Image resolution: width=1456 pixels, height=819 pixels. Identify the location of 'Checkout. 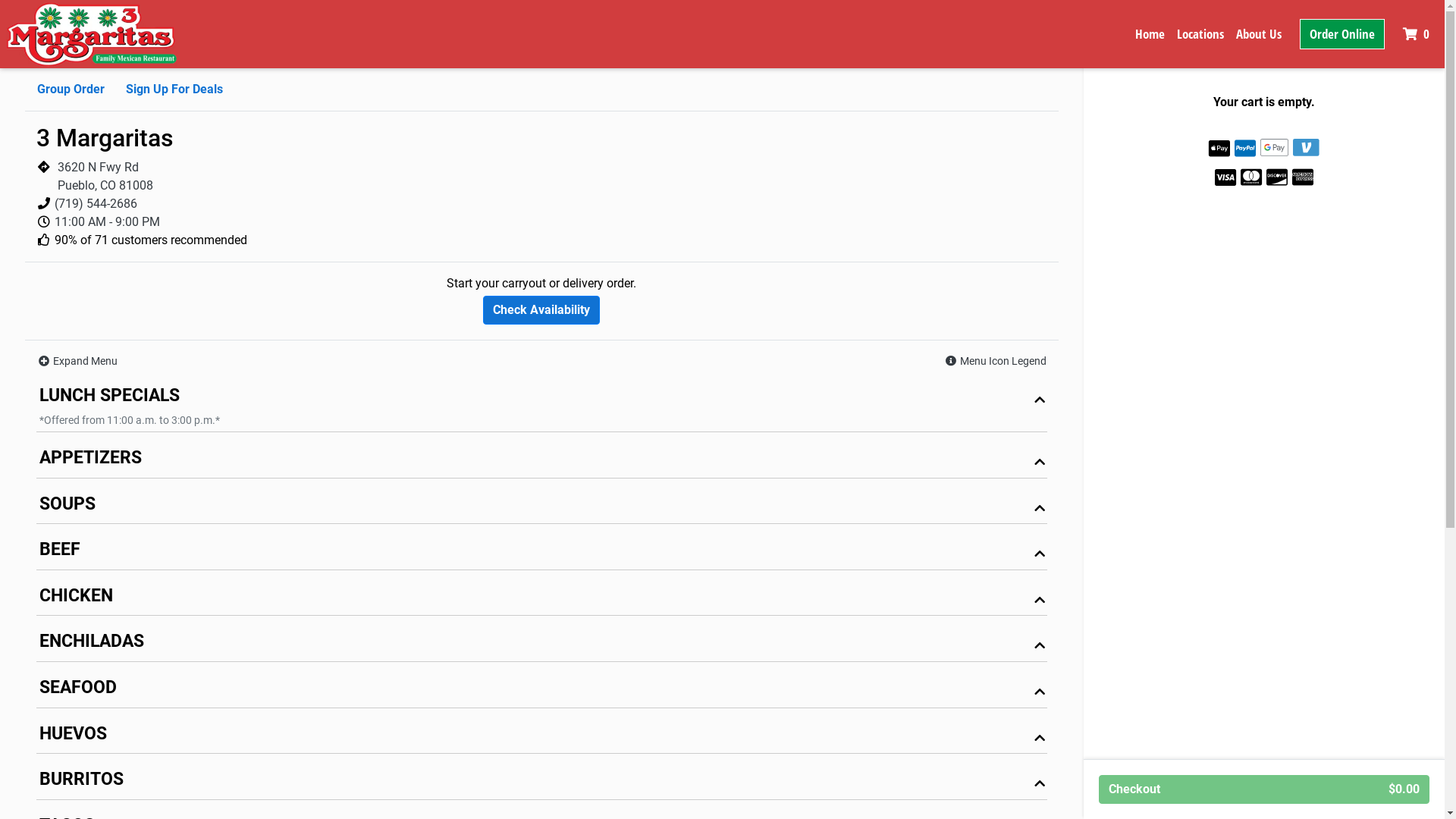
(1263, 789).